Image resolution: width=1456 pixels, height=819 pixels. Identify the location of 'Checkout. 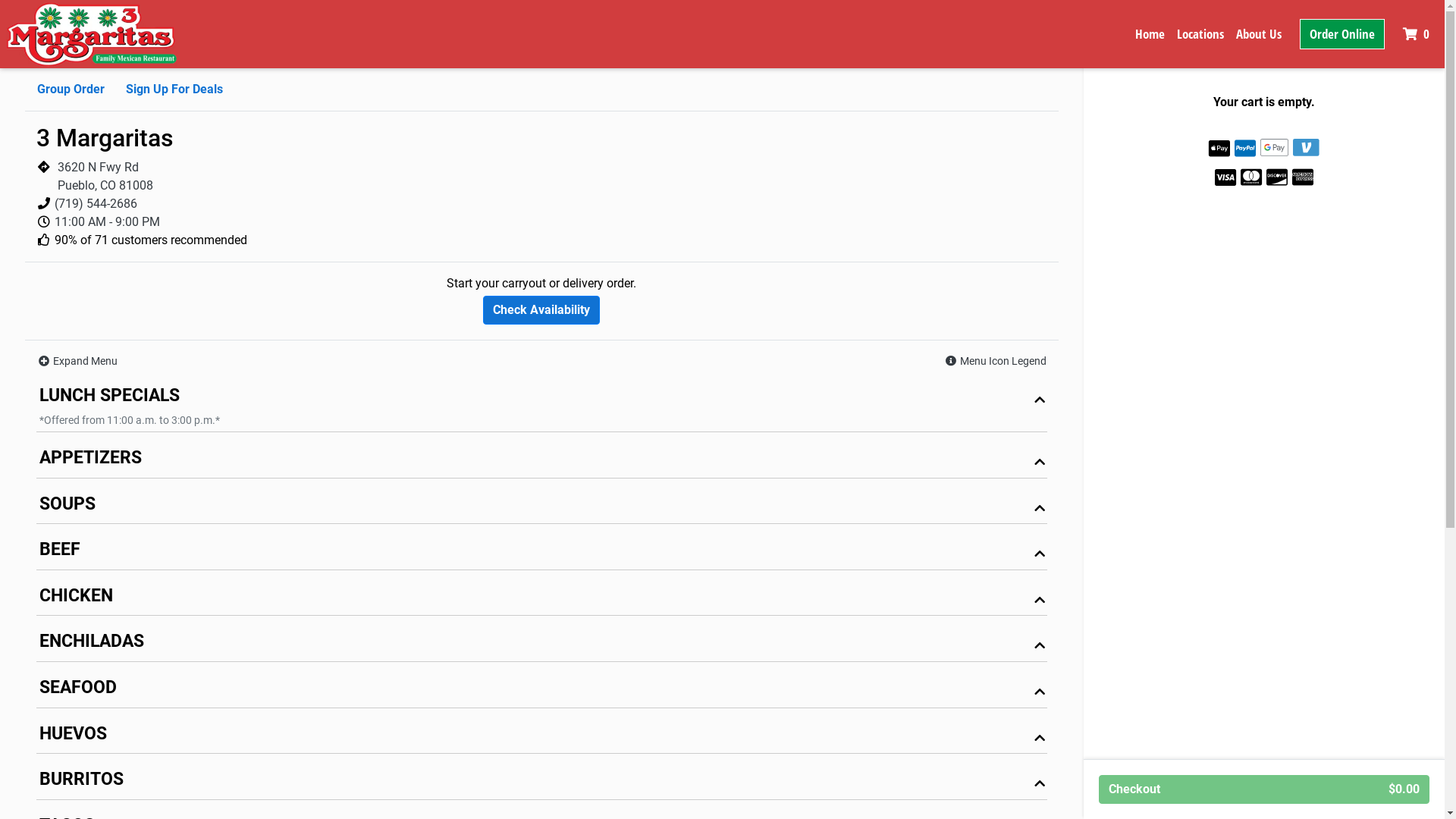
(1263, 789).